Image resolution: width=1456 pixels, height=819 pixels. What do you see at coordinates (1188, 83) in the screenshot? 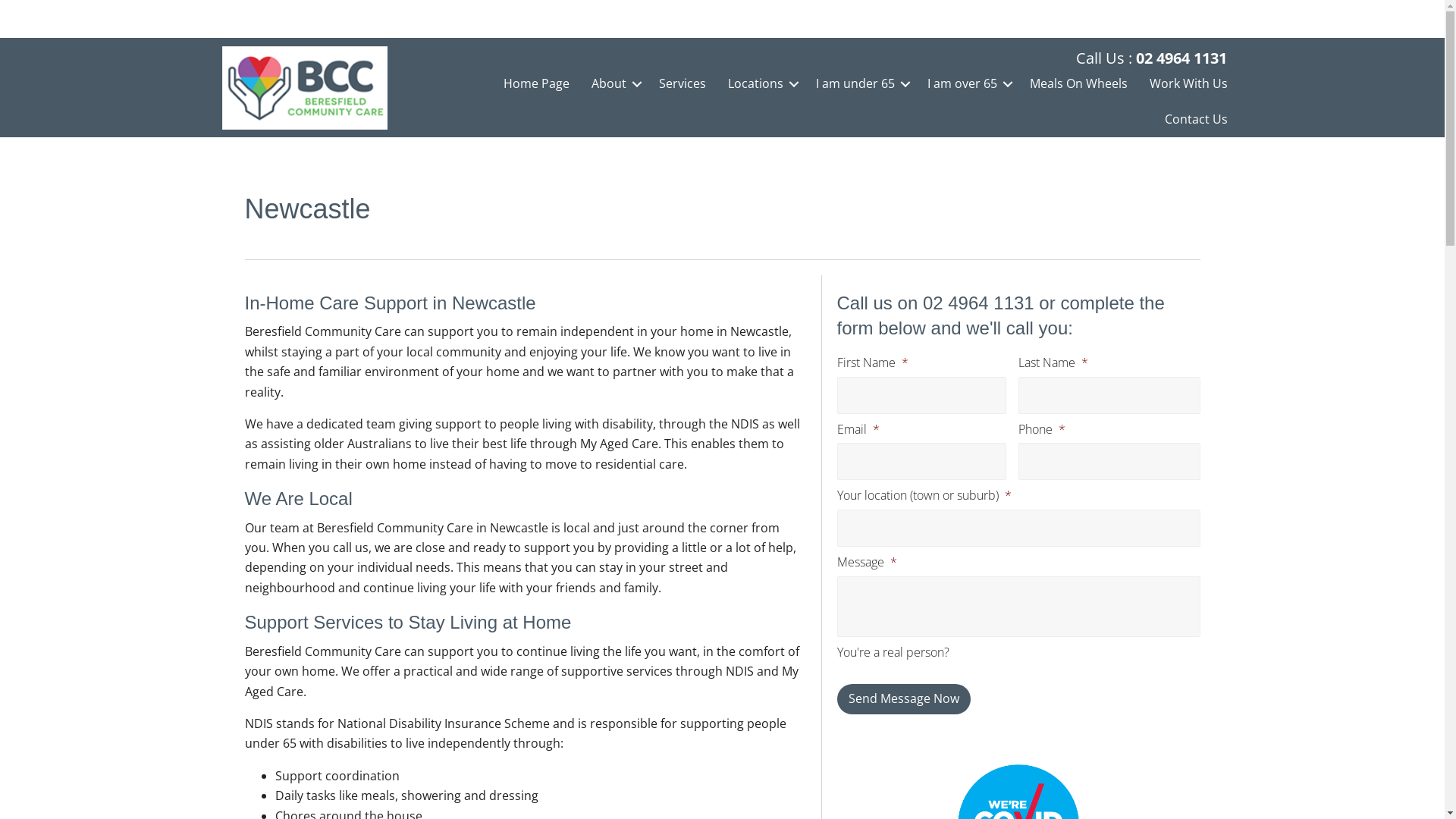
I see `'Work With Us'` at bounding box center [1188, 83].